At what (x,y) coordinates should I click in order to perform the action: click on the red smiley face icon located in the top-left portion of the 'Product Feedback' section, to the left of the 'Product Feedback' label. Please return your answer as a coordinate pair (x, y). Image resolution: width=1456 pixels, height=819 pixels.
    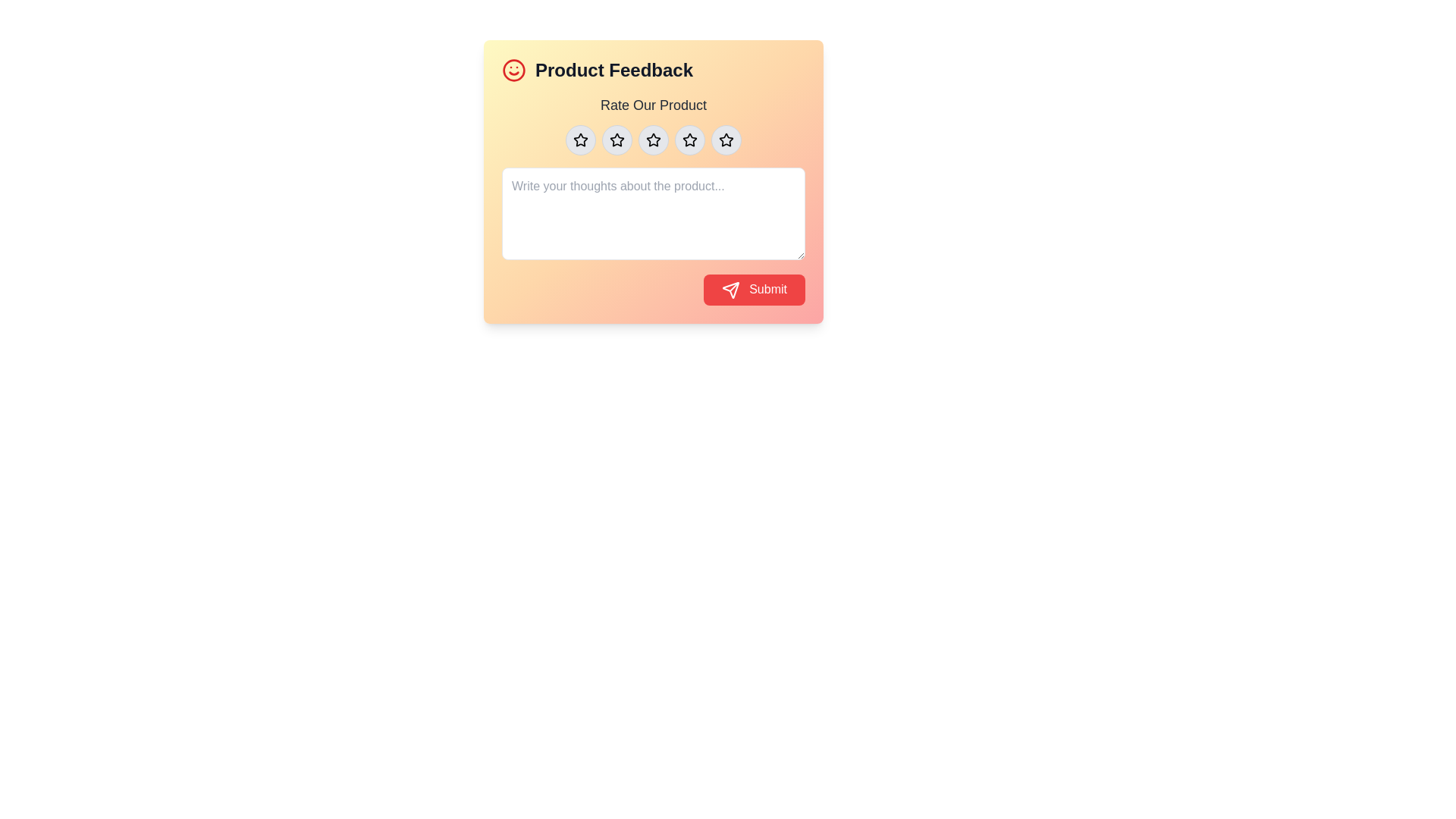
    Looking at the image, I should click on (513, 70).